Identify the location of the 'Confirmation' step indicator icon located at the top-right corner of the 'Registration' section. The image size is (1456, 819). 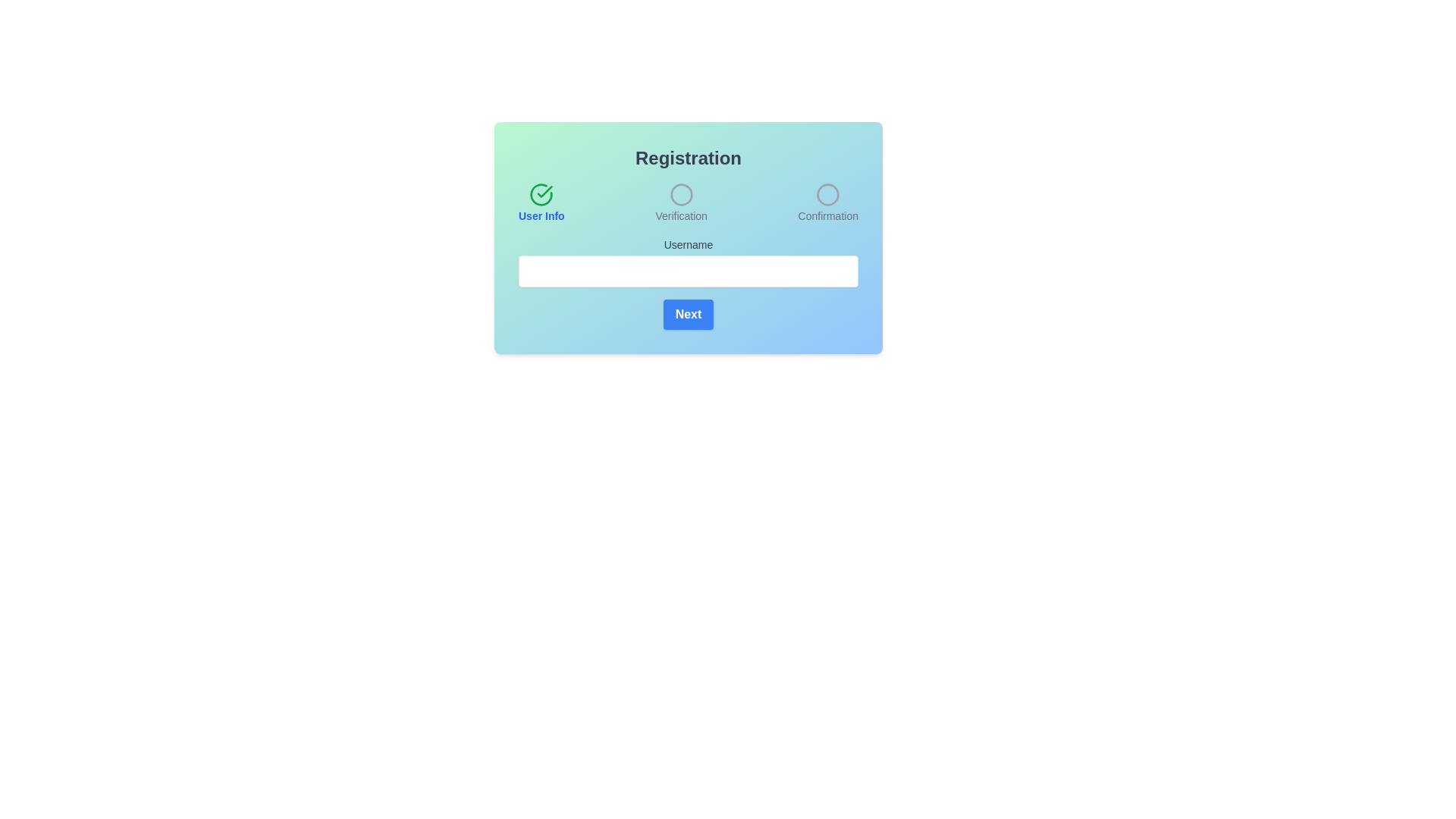
(827, 194).